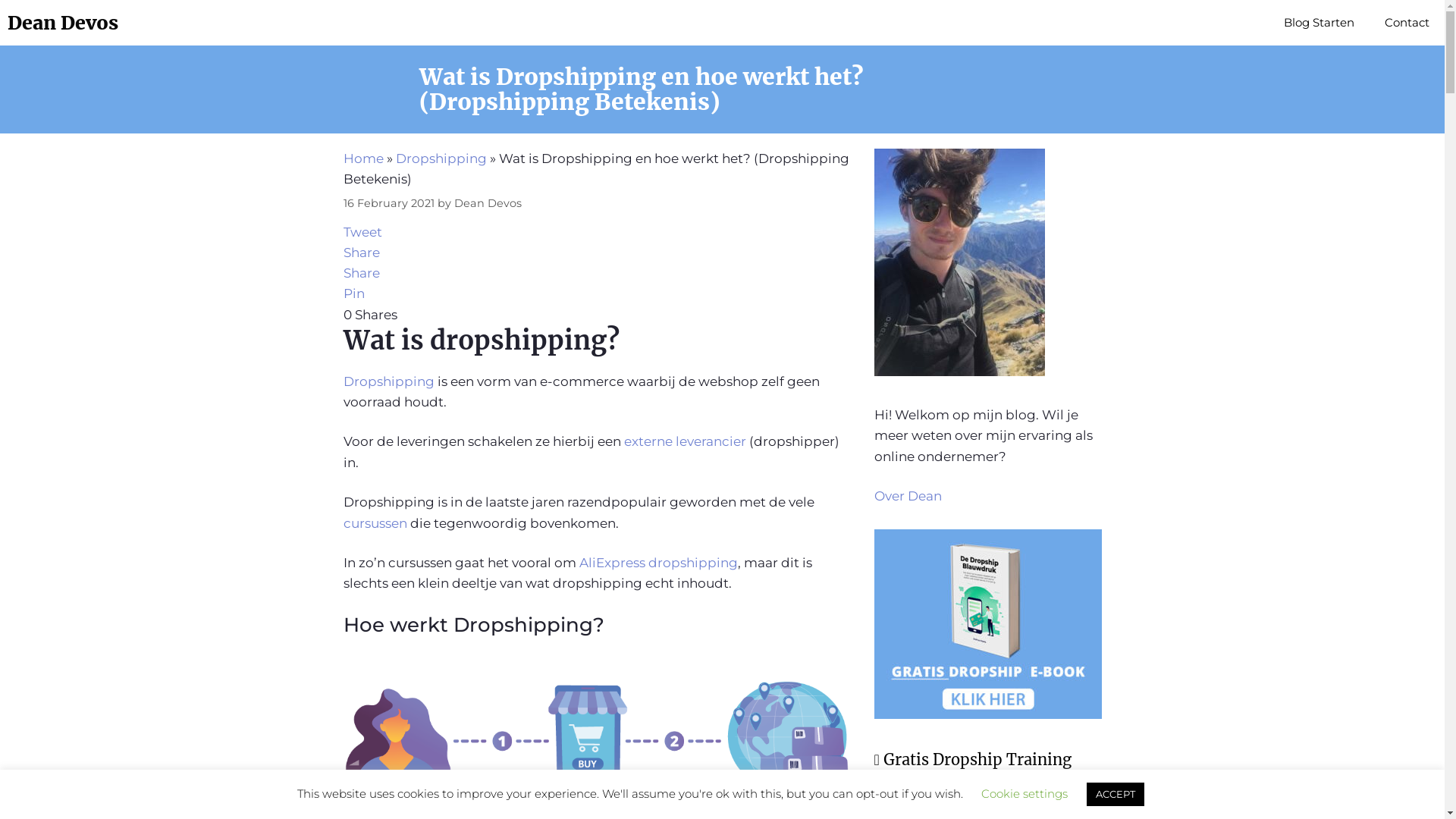 The image size is (1456, 819). I want to click on 'Contact', so click(1406, 23).